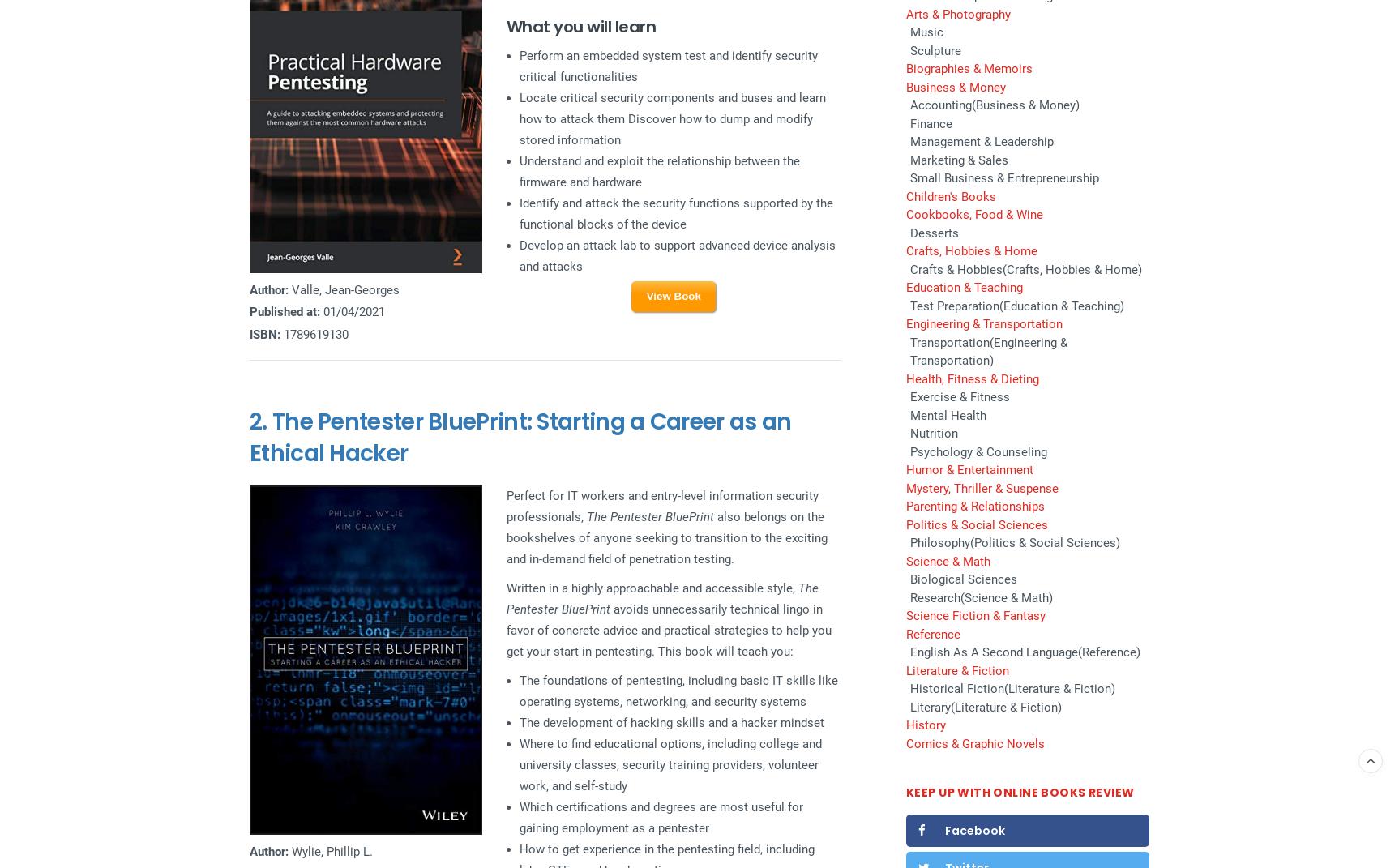 Image resolution: width=1399 pixels, height=868 pixels. I want to click on 'Biographies & Memoirs', so click(968, 69).